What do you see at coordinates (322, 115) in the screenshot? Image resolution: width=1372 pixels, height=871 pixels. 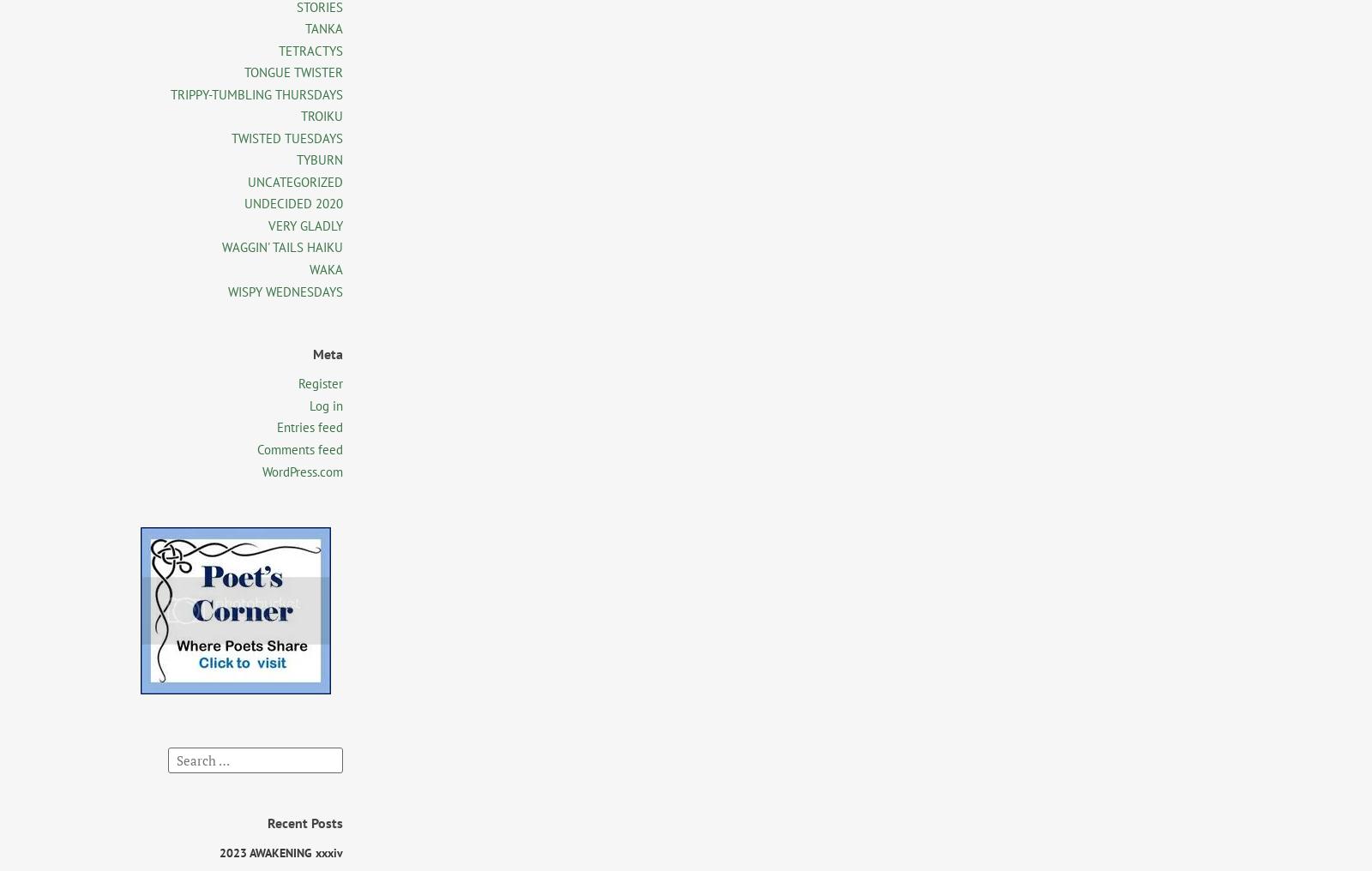 I see `'TROIKU'` at bounding box center [322, 115].